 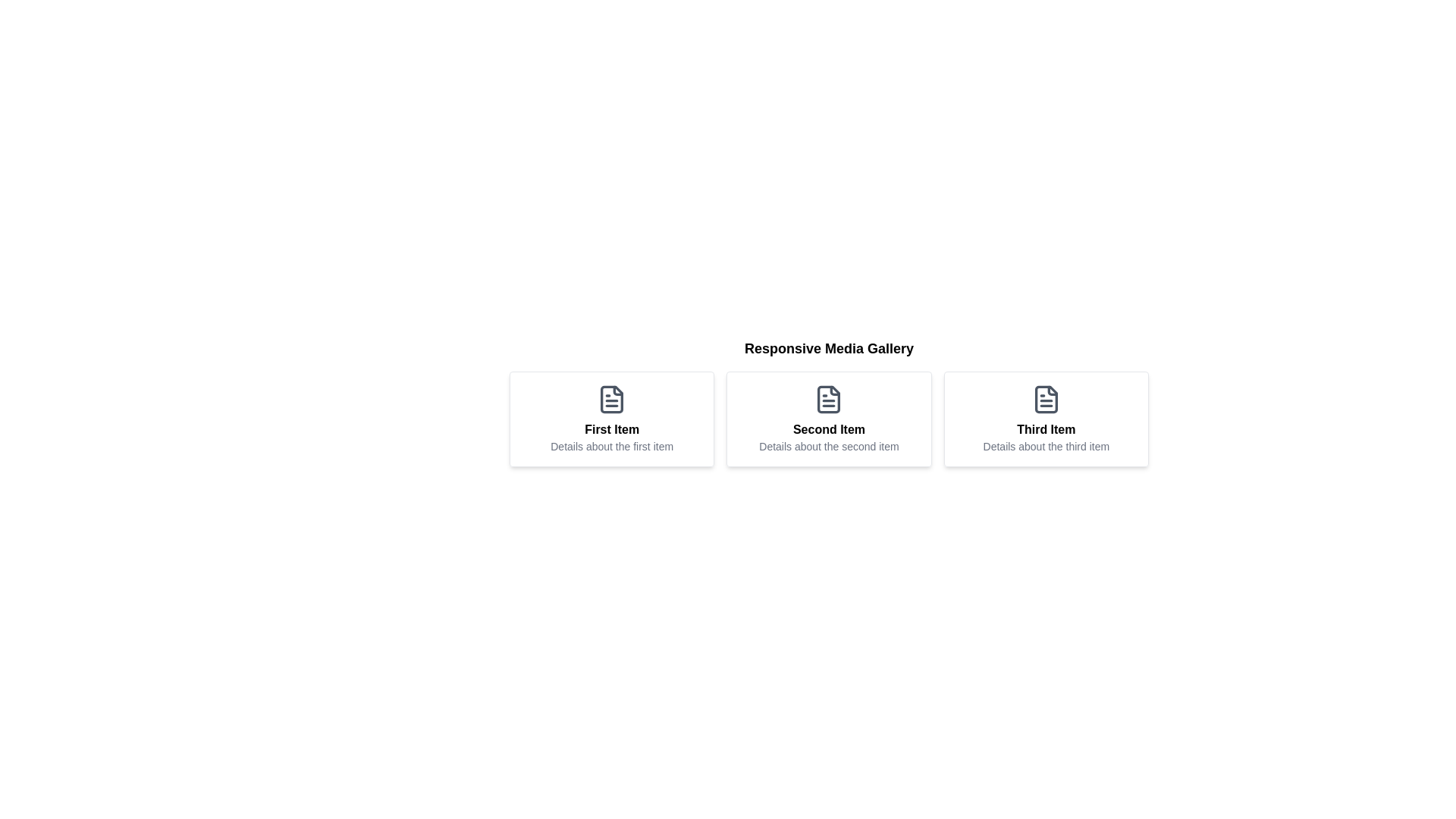 I want to click on the SVG Icon resembling a document with lines inside, located at the top center of the card labeled 'Second Item', so click(x=828, y=399).